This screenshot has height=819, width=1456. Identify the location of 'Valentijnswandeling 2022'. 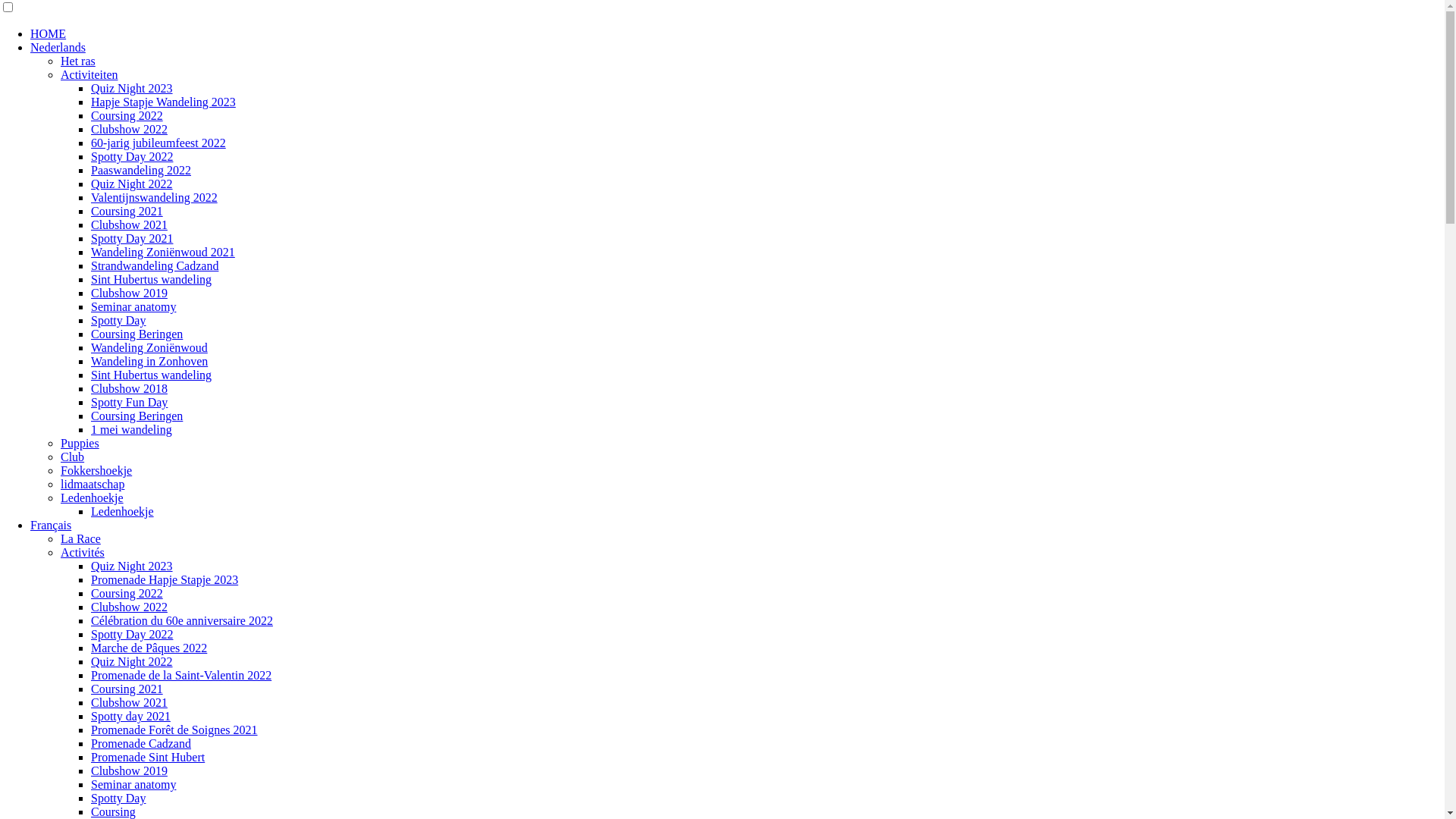
(154, 196).